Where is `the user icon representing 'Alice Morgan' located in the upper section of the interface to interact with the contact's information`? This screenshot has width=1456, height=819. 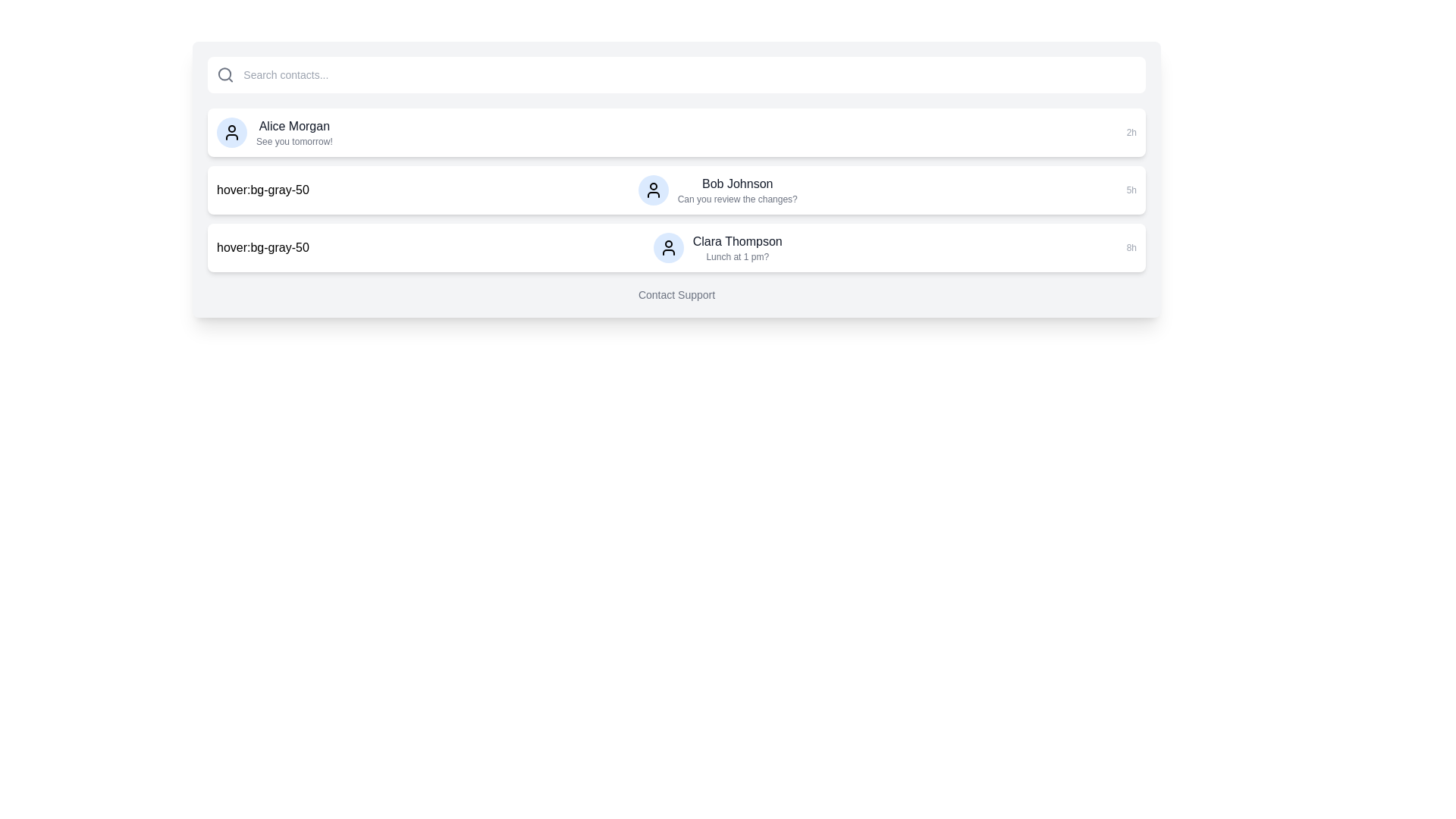
the user icon representing 'Alice Morgan' located in the upper section of the interface to interact with the contact's information is located at coordinates (231, 131).